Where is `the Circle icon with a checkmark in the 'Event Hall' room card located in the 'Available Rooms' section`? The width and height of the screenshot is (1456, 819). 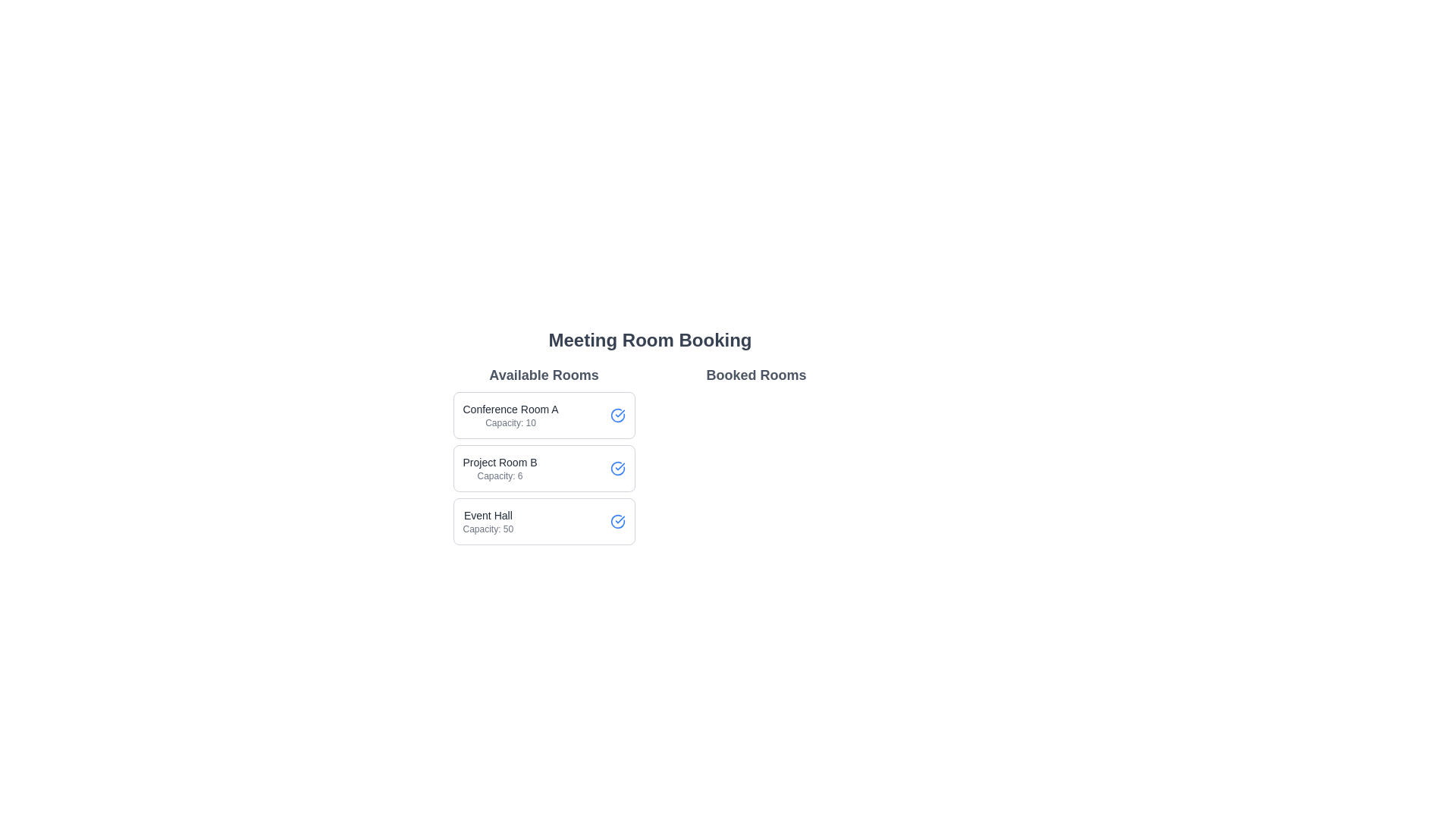 the Circle icon with a checkmark in the 'Event Hall' room card located in the 'Available Rooms' section is located at coordinates (617, 520).